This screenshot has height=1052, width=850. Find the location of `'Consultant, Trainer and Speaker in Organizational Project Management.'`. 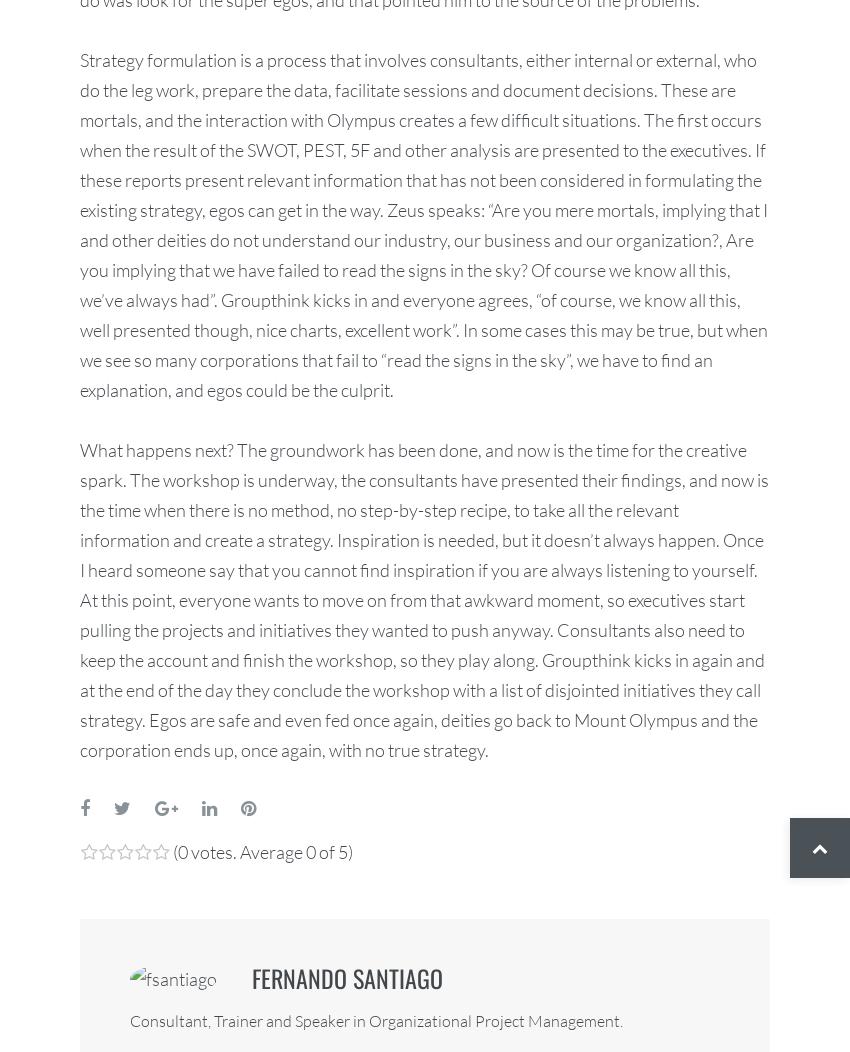

'Consultant, Trainer and Speaker in Organizational Project Management.' is located at coordinates (375, 1019).